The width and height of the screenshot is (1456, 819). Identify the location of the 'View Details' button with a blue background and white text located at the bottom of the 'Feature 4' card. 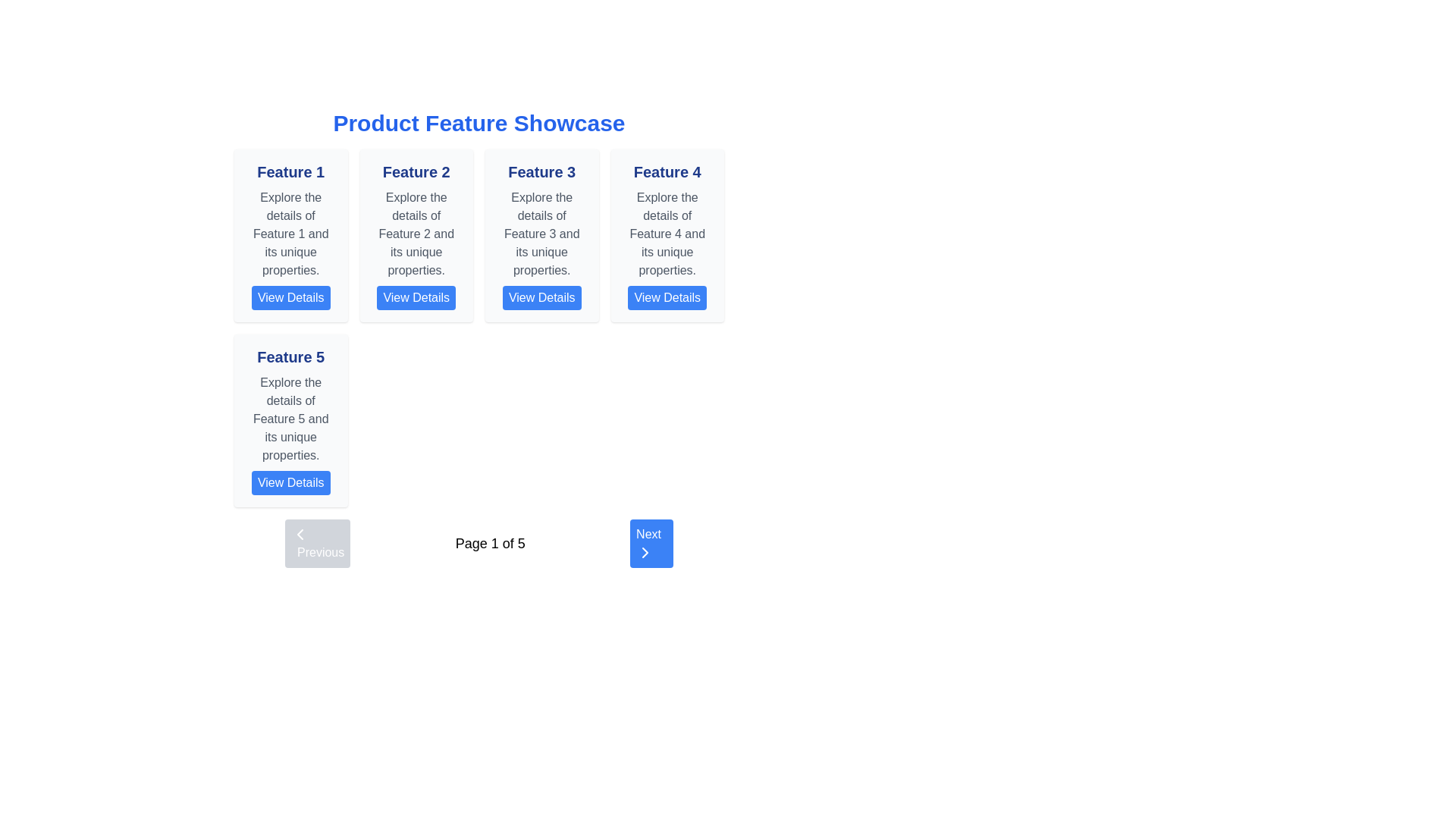
(667, 298).